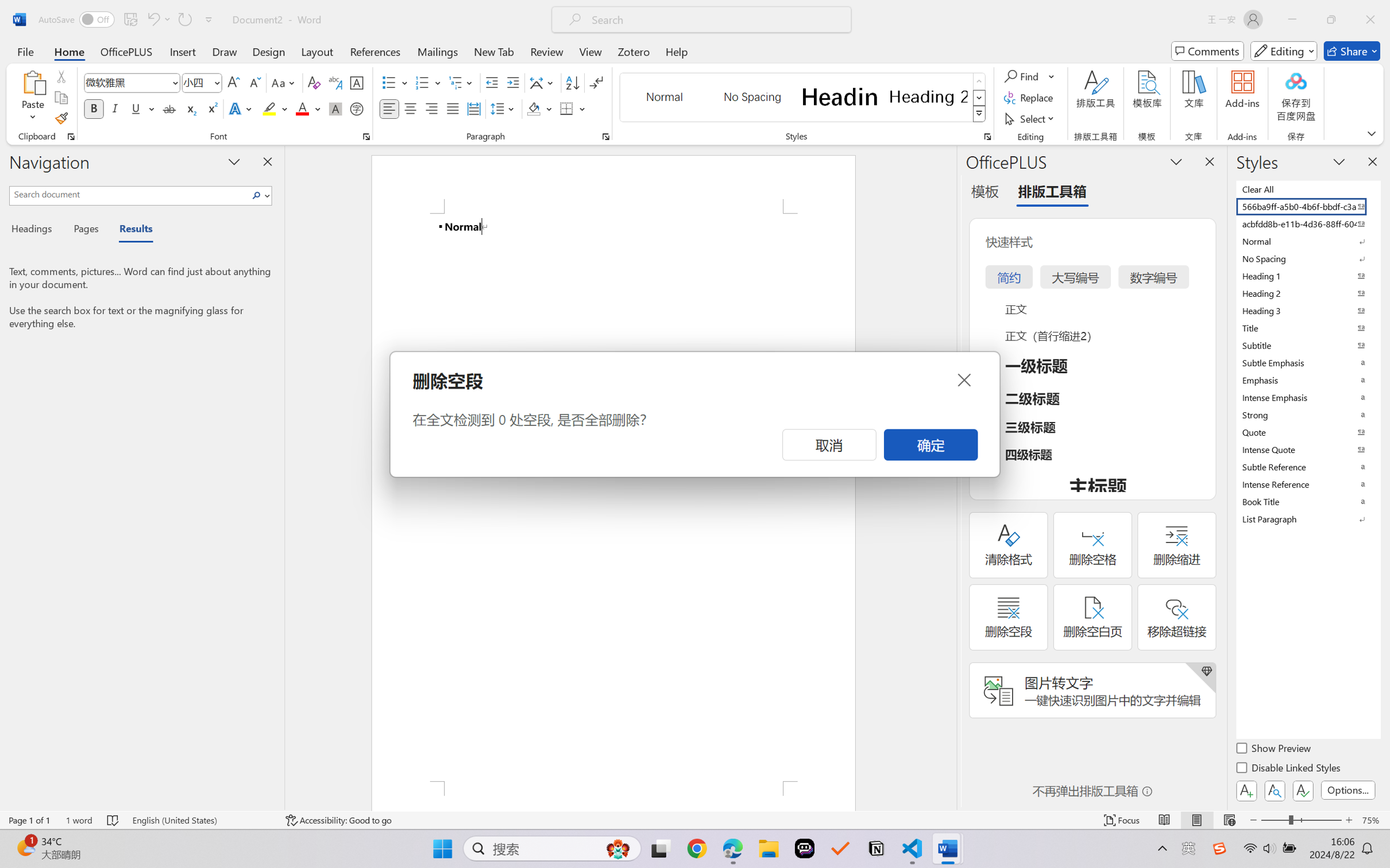  I want to click on 'Layout', so click(316, 51).